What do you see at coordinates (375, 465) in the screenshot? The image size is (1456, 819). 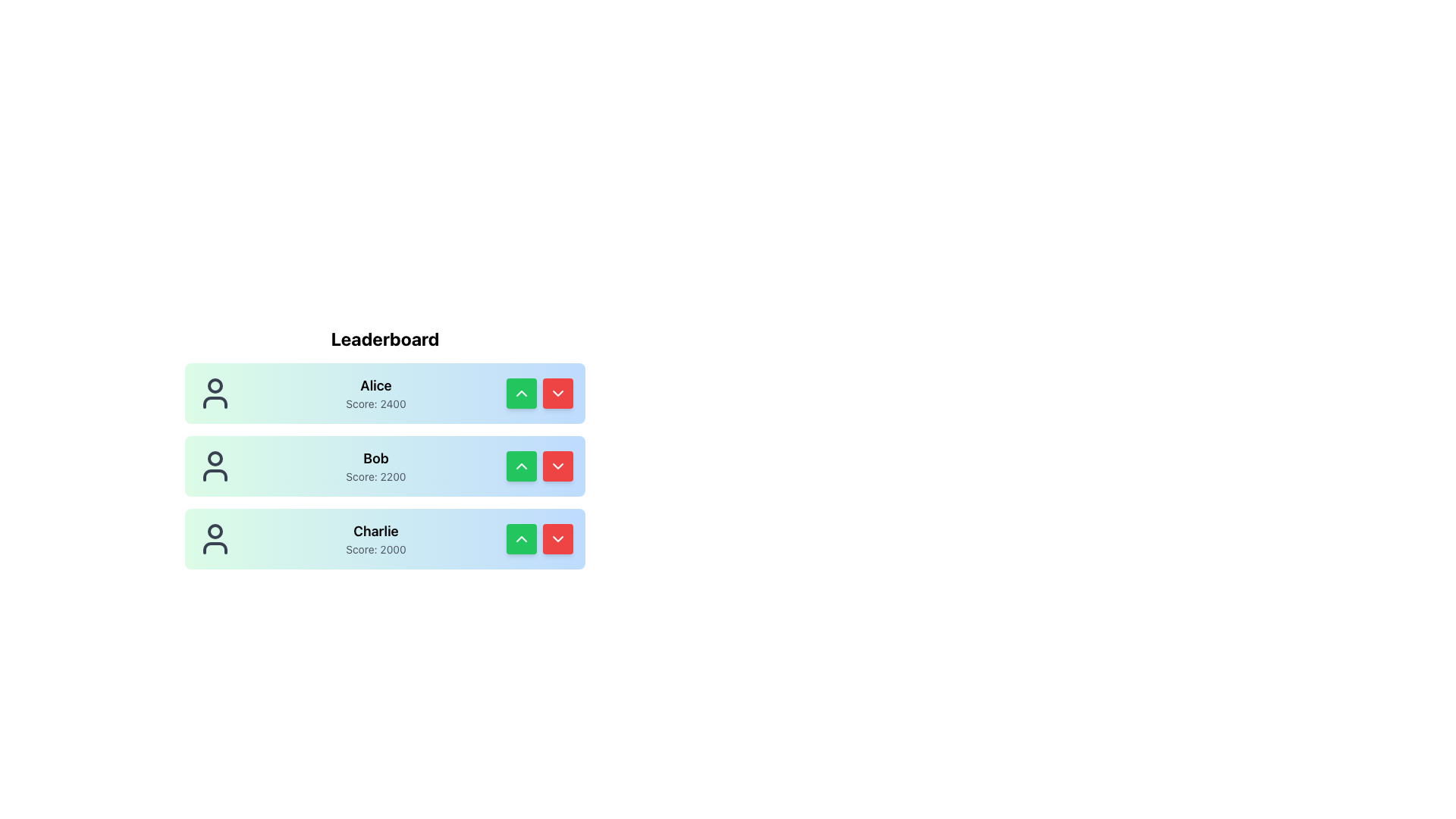 I see `the text display component that shows the user's name 'Bob' and score '2200', located centrally in the second row of the leaderboard layout` at bounding box center [375, 465].